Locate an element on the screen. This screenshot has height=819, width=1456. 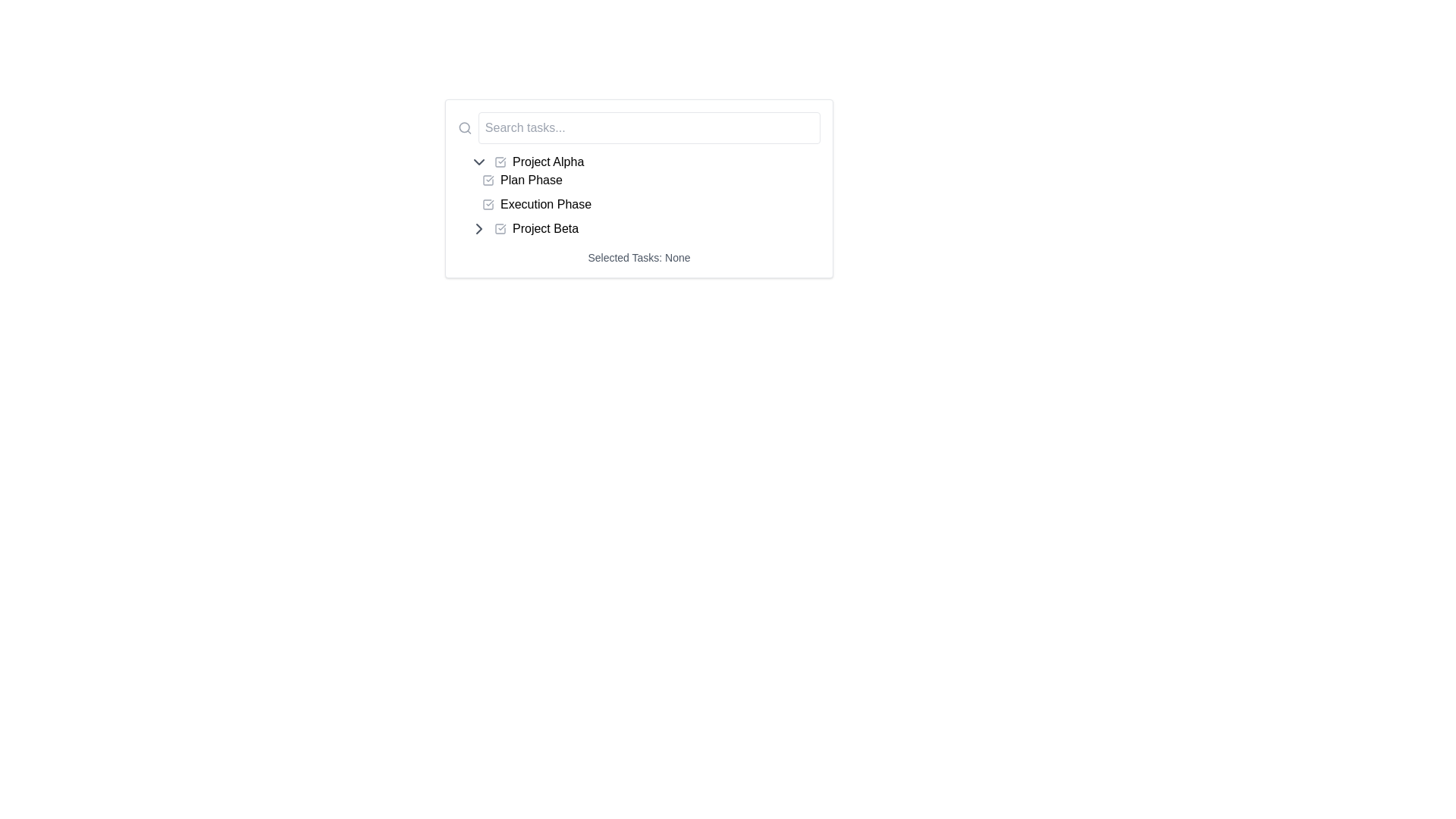
the static text label that indicates an empty state or feedback for no selected tasks, positioned at the bottom of the project interface section and centrally aligned horizontally is located at coordinates (639, 256).